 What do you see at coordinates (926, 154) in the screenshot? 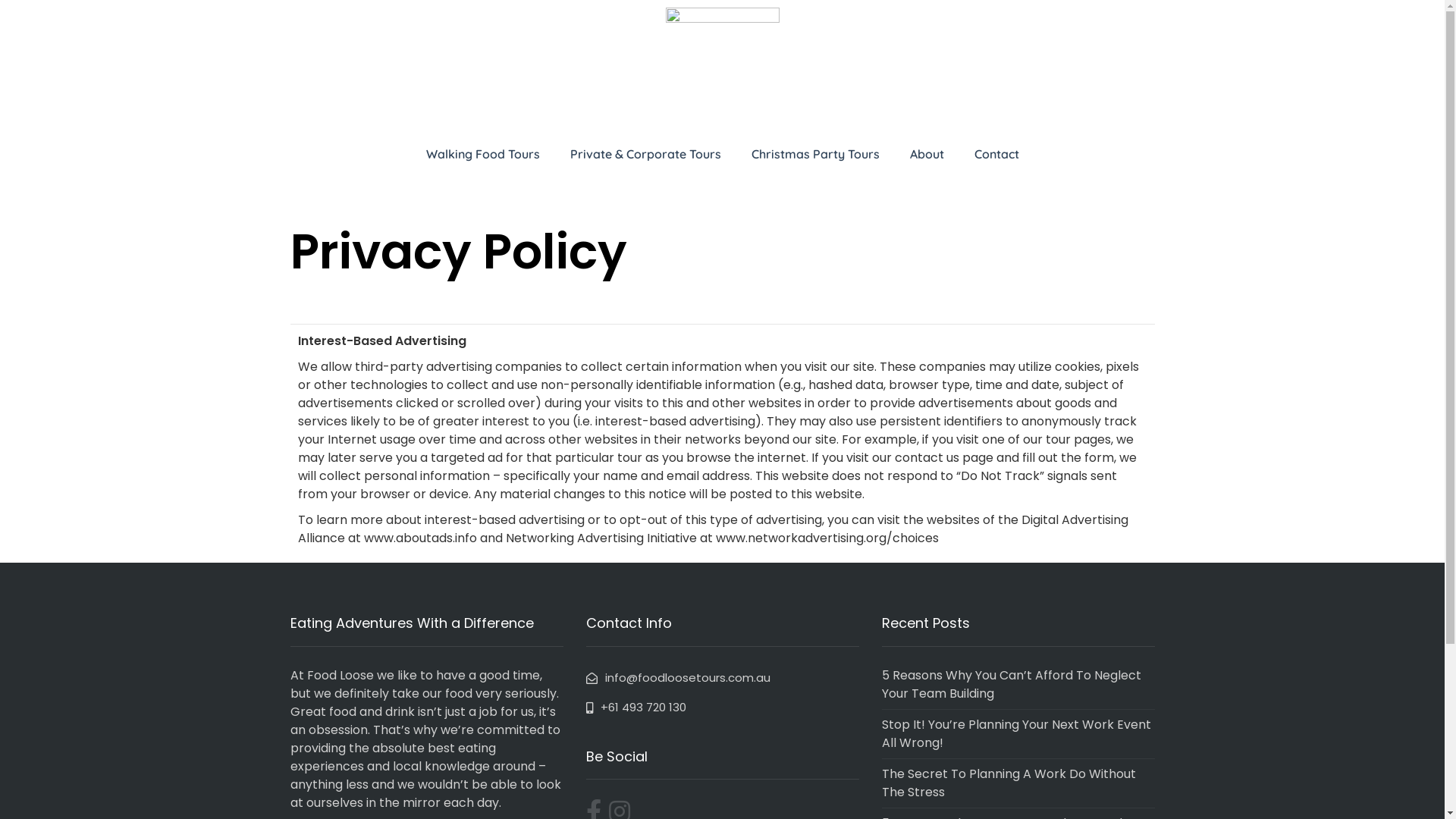
I see `'About'` at bounding box center [926, 154].